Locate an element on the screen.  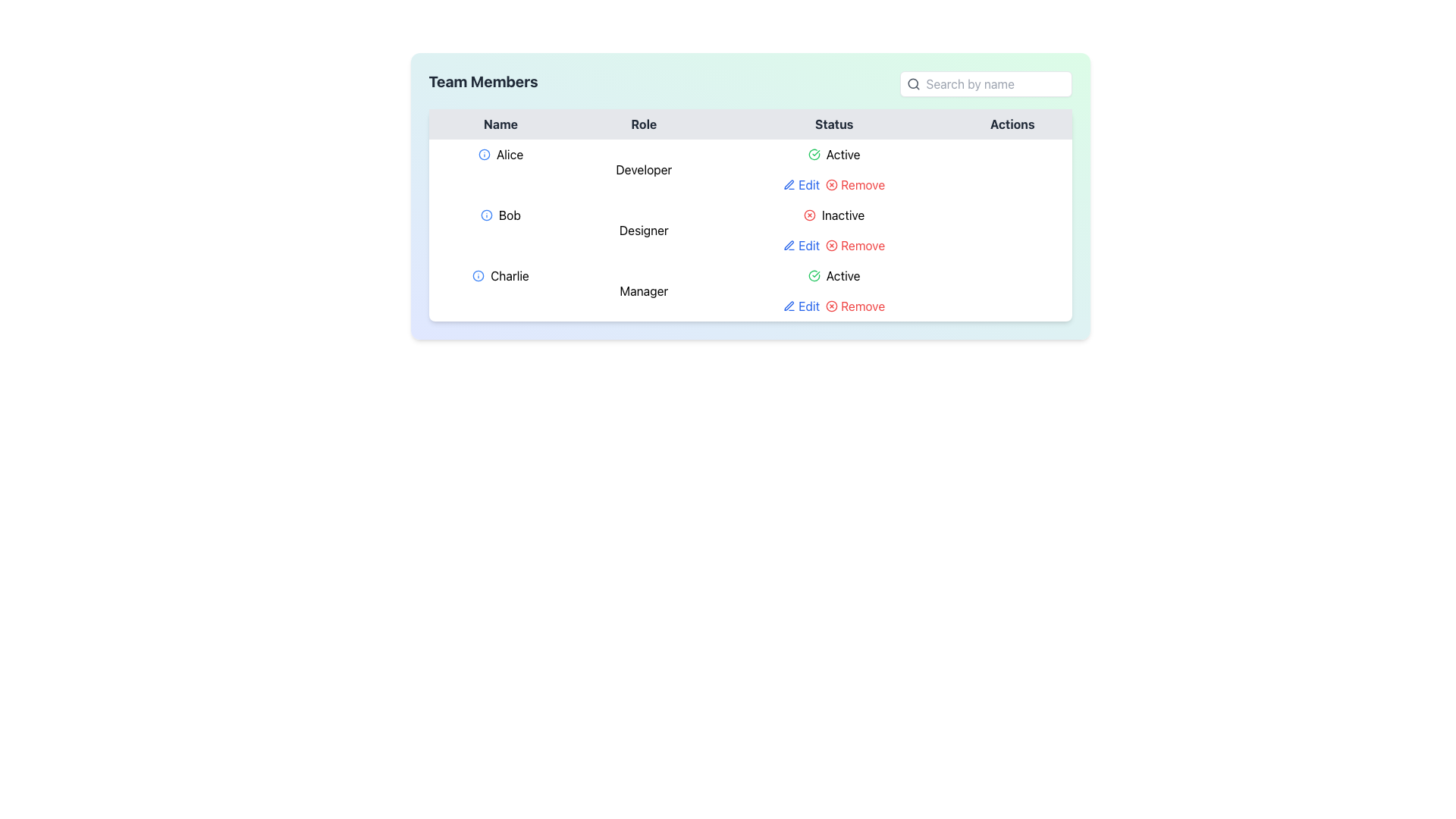
the 'Edit' button in the 'Actions' column of the table row for user 'Alice' is located at coordinates (801, 184).